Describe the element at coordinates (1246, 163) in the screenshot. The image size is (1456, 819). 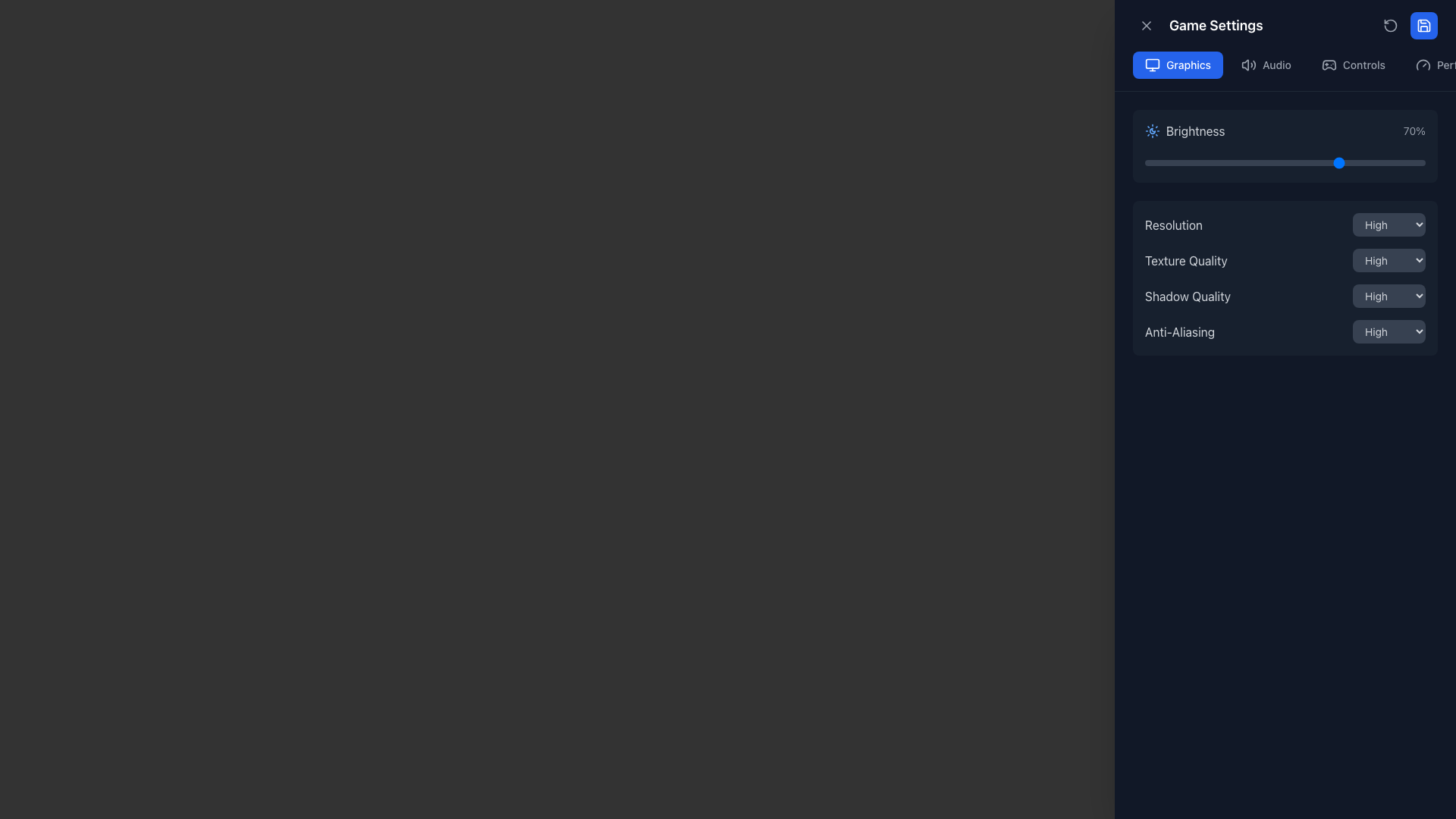
I see `brightness` at that location.